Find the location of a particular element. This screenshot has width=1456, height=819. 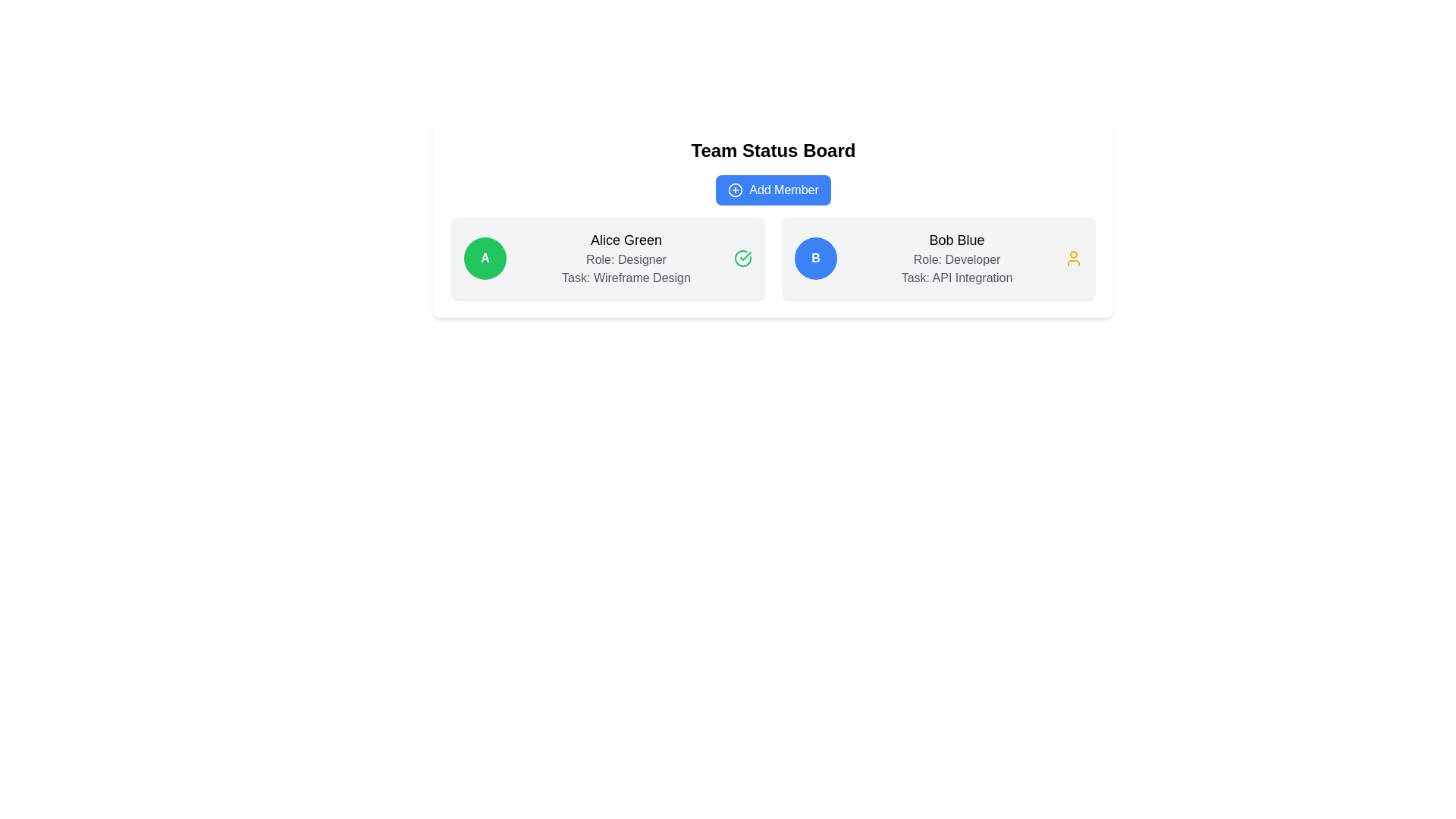

the 'Add' icon located in the left-center of the blue button labeled 'Add Member' is located at coordinates (735, 189).